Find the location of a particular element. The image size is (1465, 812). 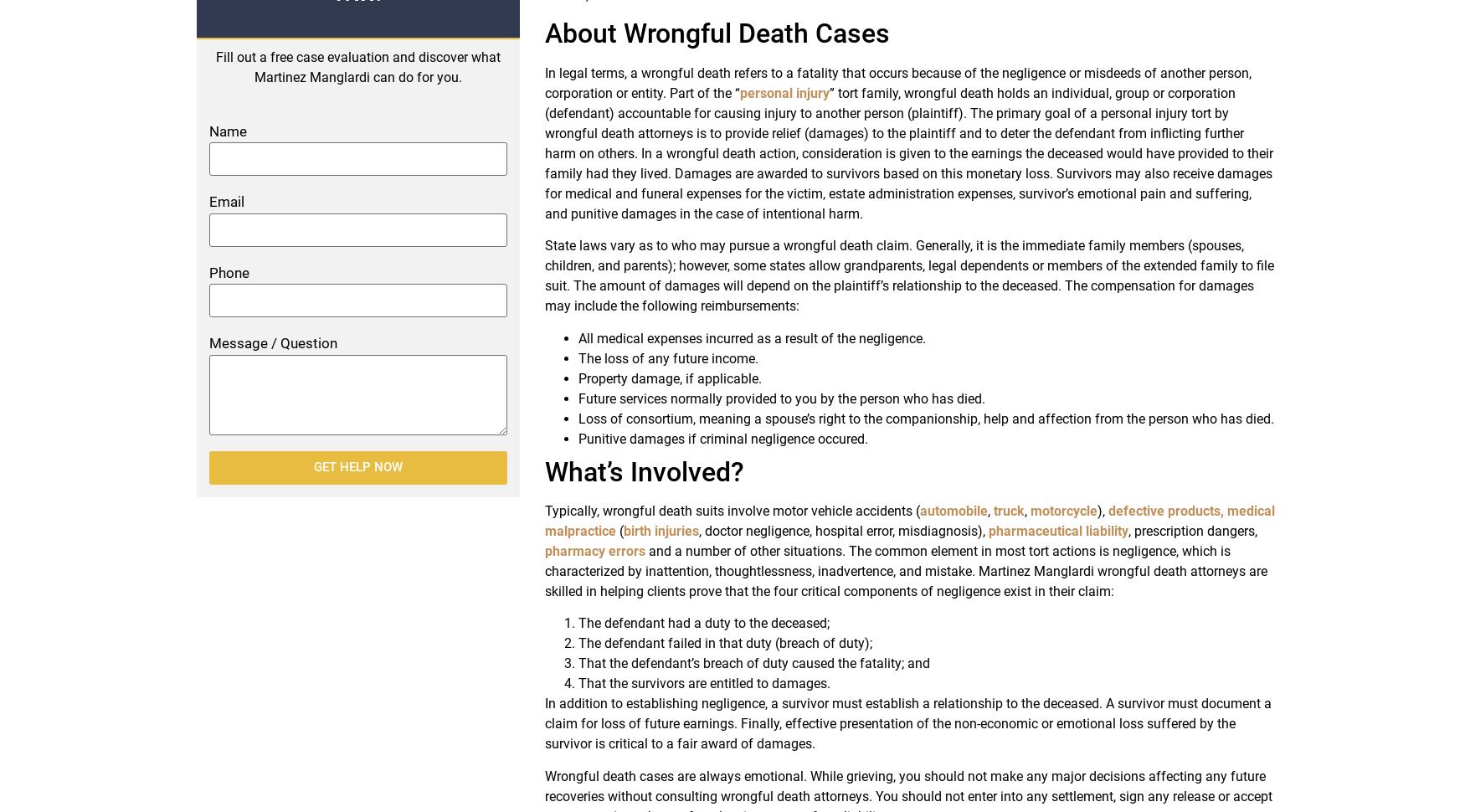

'About Wrongful Death Cases' is located at coordinates (716, 33).